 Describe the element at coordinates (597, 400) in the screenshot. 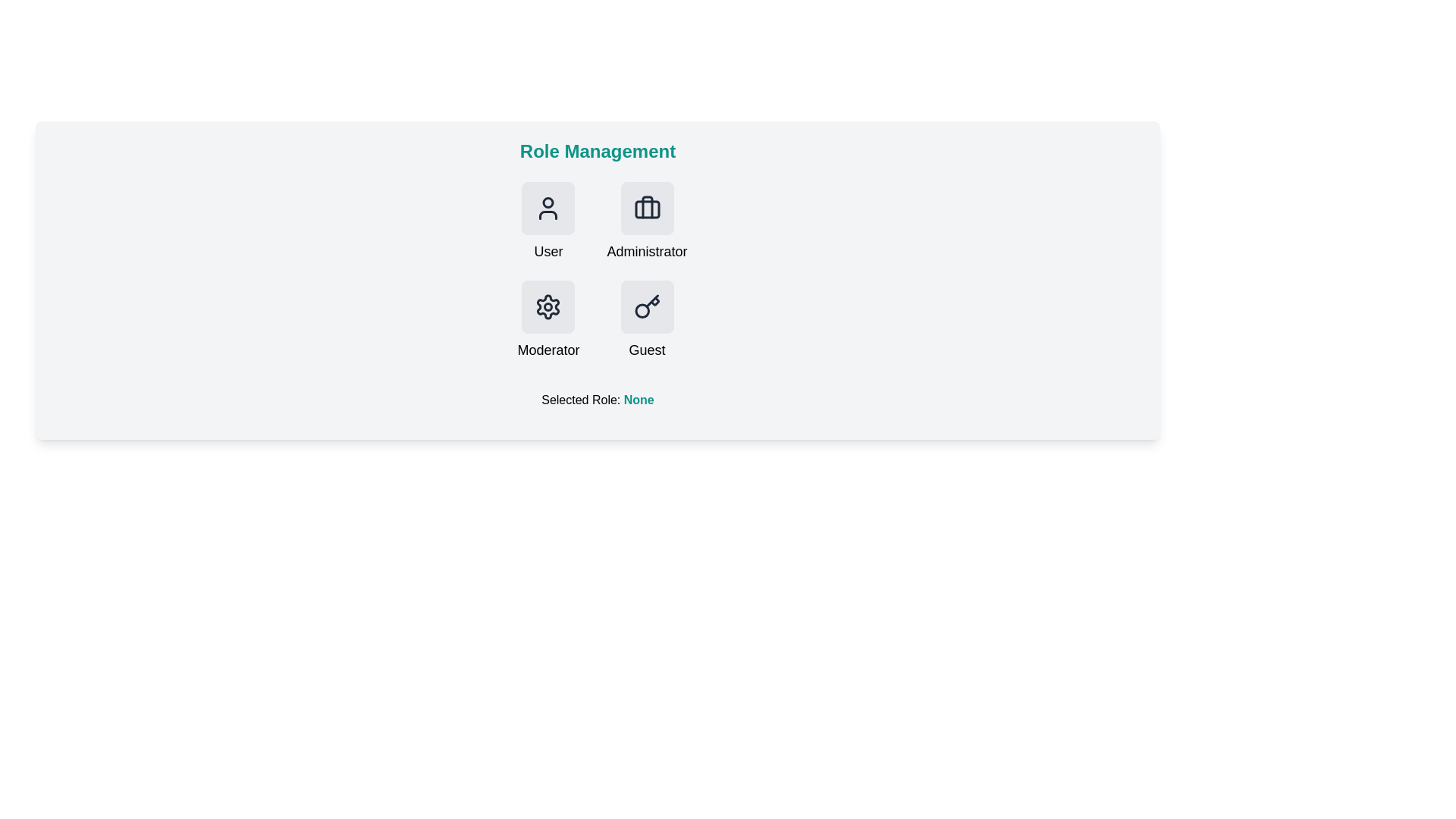

I see `the text label that reads 'Selected Role: None', which is styled in medium font with 'None' emphasized in teal color and bold font, located at the bottom of the interface` at that location.